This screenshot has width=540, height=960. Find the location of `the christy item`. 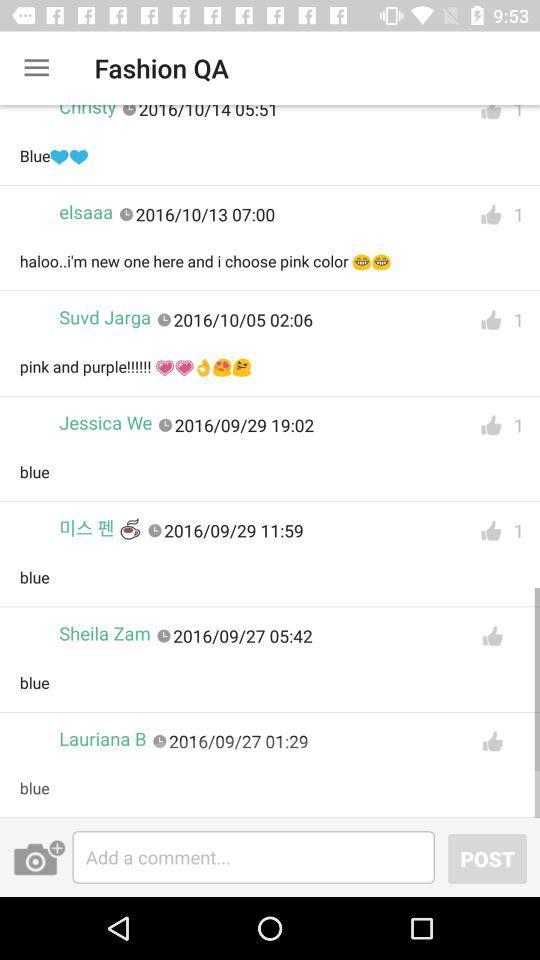

the christy item is located at coordinates (86, 115).